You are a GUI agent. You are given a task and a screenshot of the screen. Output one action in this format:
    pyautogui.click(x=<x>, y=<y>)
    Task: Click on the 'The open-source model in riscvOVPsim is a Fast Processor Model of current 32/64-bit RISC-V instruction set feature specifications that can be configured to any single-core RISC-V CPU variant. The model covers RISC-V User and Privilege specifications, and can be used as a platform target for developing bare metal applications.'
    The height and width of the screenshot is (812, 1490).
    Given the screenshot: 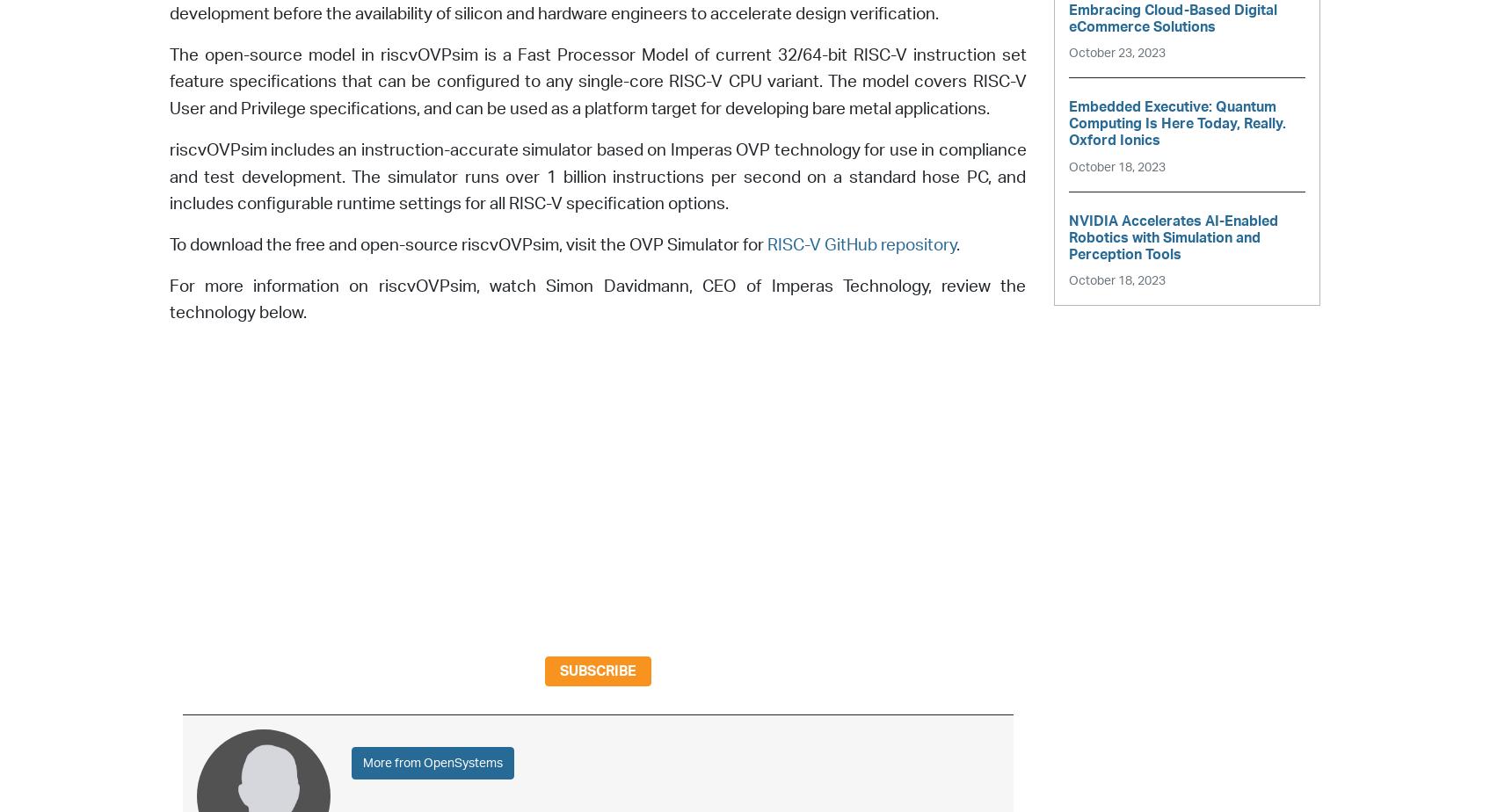 What is the action you would take?
    pyautogui.click(x=597, y=82)
    